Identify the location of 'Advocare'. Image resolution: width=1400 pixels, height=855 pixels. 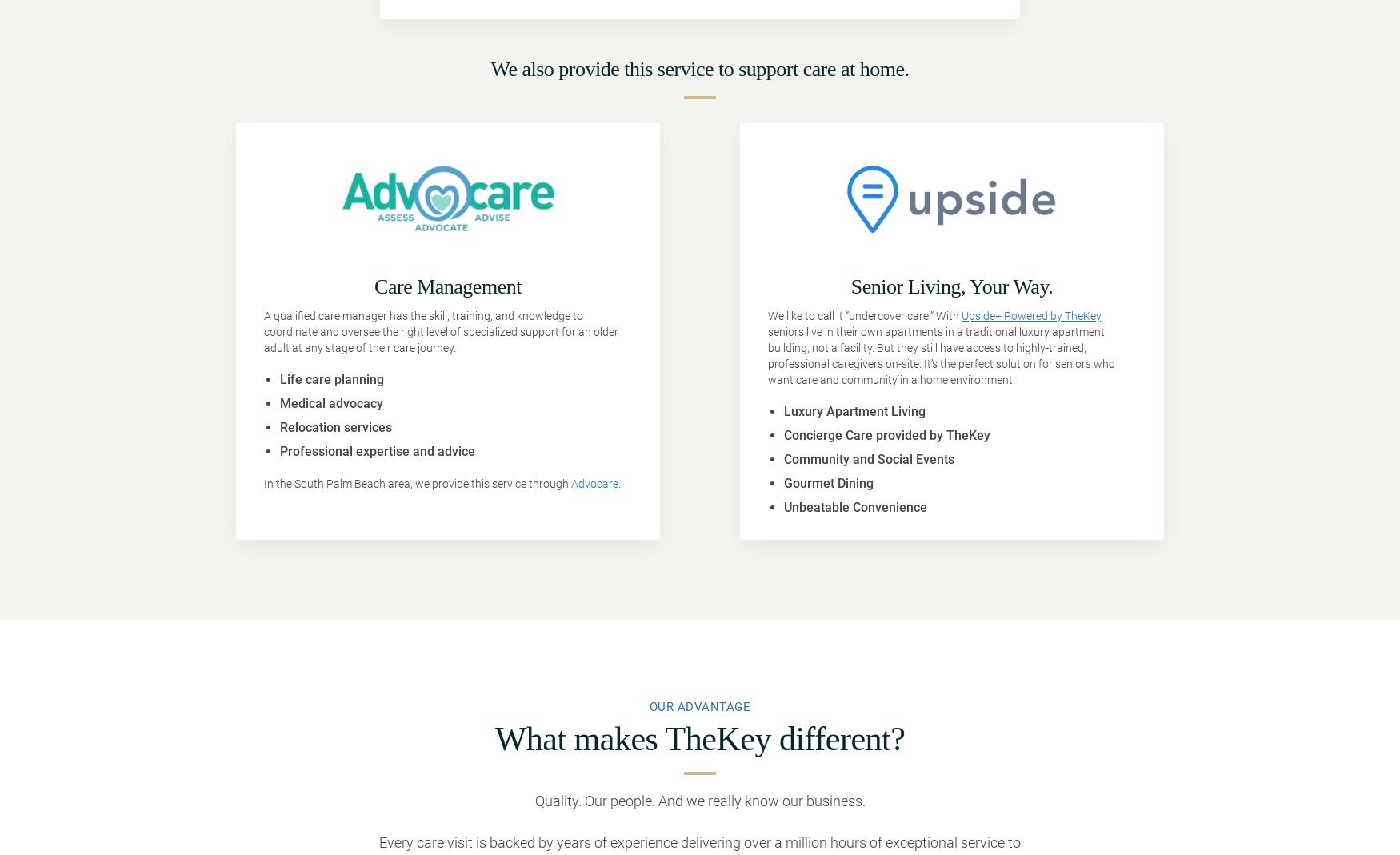
(594, 483).